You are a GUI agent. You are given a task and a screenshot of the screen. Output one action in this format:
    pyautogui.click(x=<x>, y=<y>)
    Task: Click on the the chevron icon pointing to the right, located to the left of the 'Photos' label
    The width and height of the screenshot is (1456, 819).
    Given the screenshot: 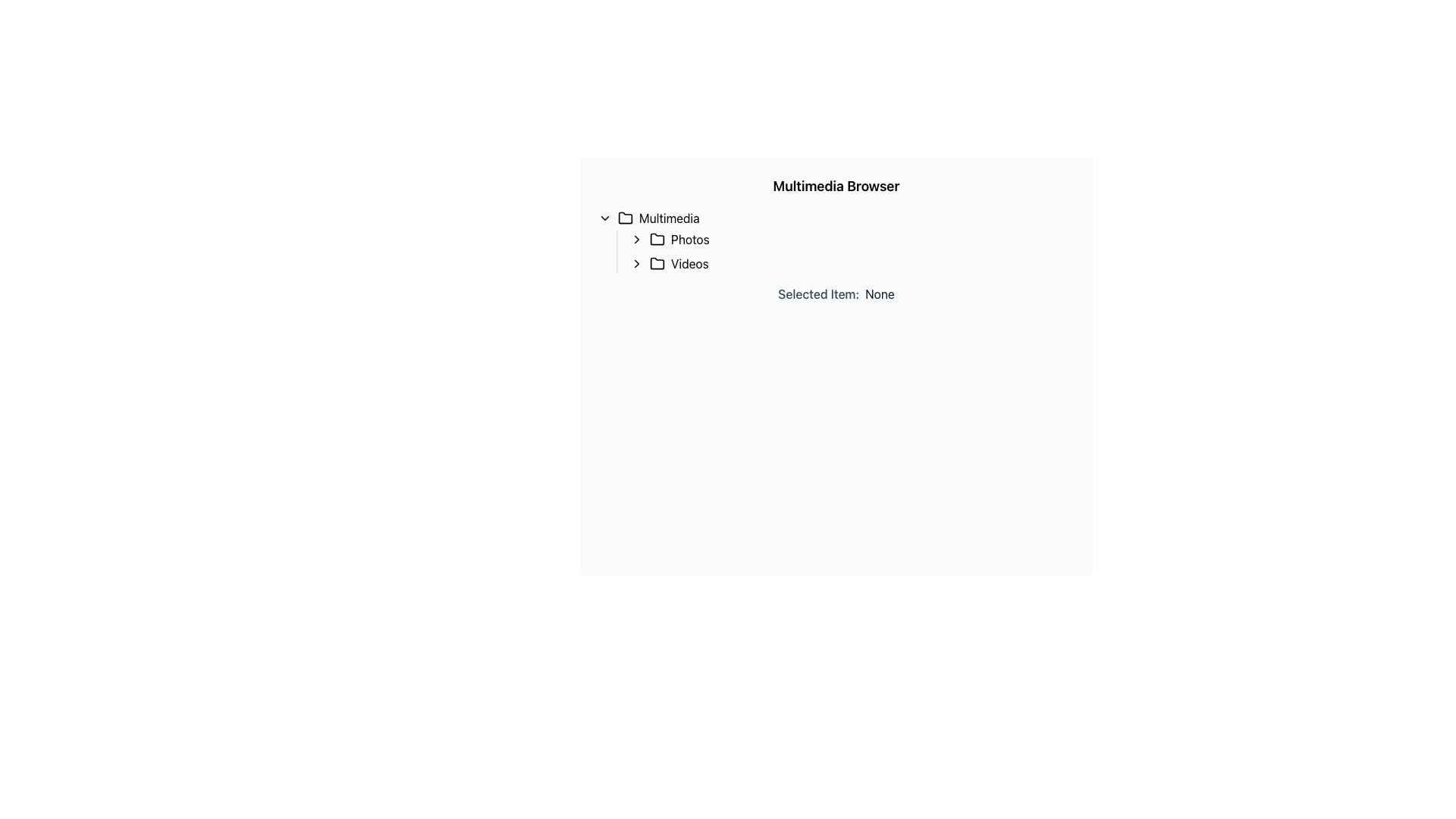 What is the action you would take?
    pyautogui.click(x=637, y=239)
    